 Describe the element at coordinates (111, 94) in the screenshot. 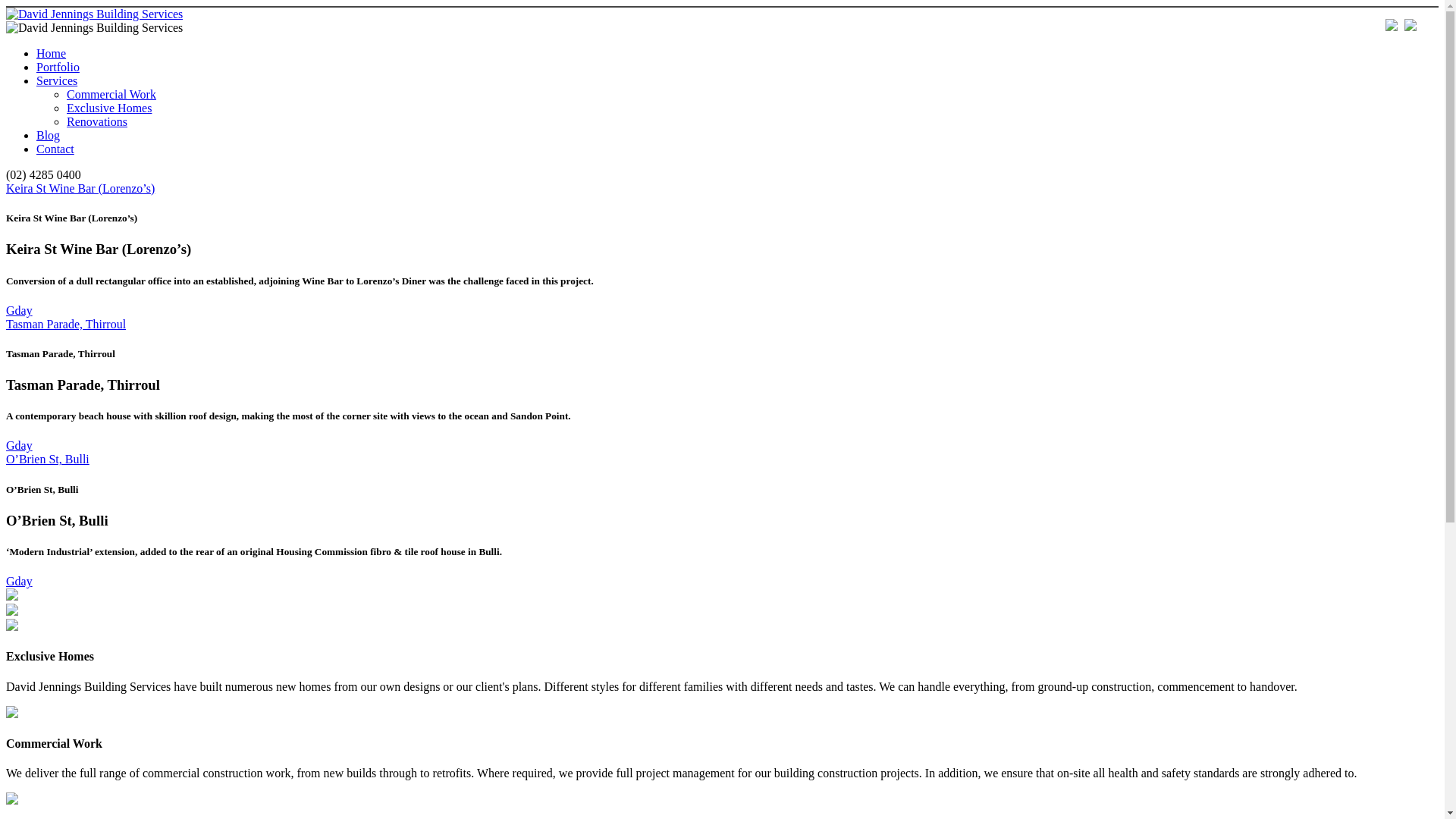

I see `'Commercial Work'` at that location.